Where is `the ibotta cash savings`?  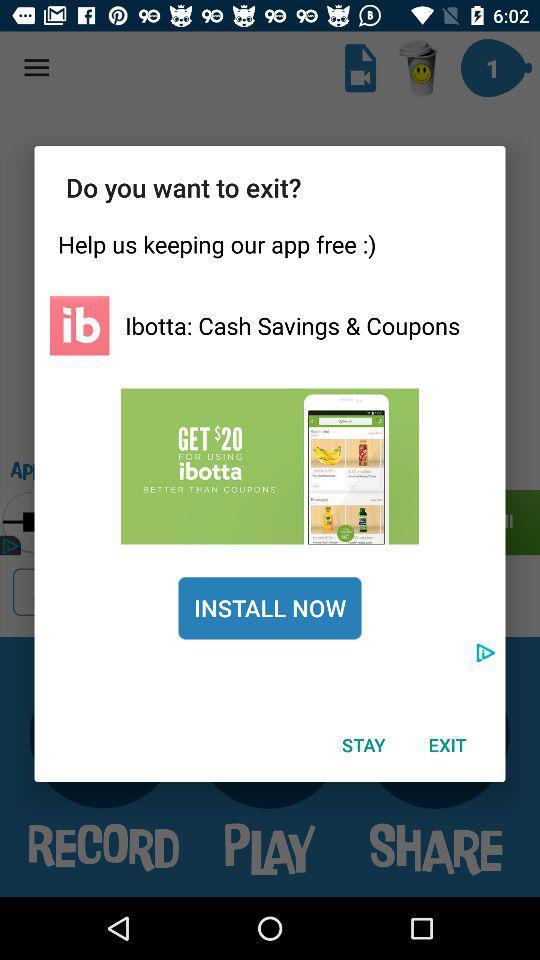 the ibotta cash savings is located at coordinates (291, 325).